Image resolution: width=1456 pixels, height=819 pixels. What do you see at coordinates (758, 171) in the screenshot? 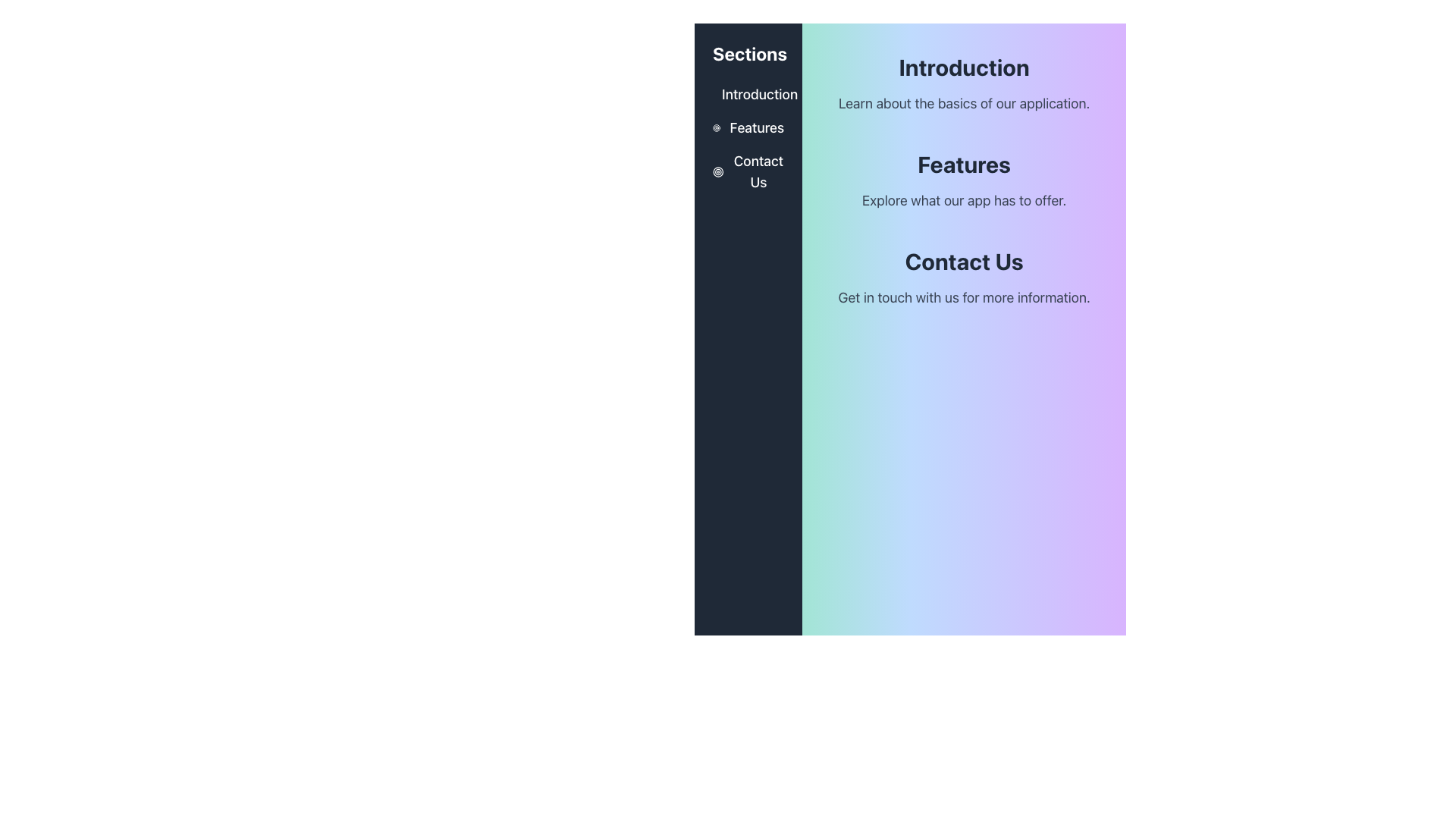
I see `the 'Contact Us' text link in the sidebar menu to activate the underline hover effect` at bounding box center [758, 171].